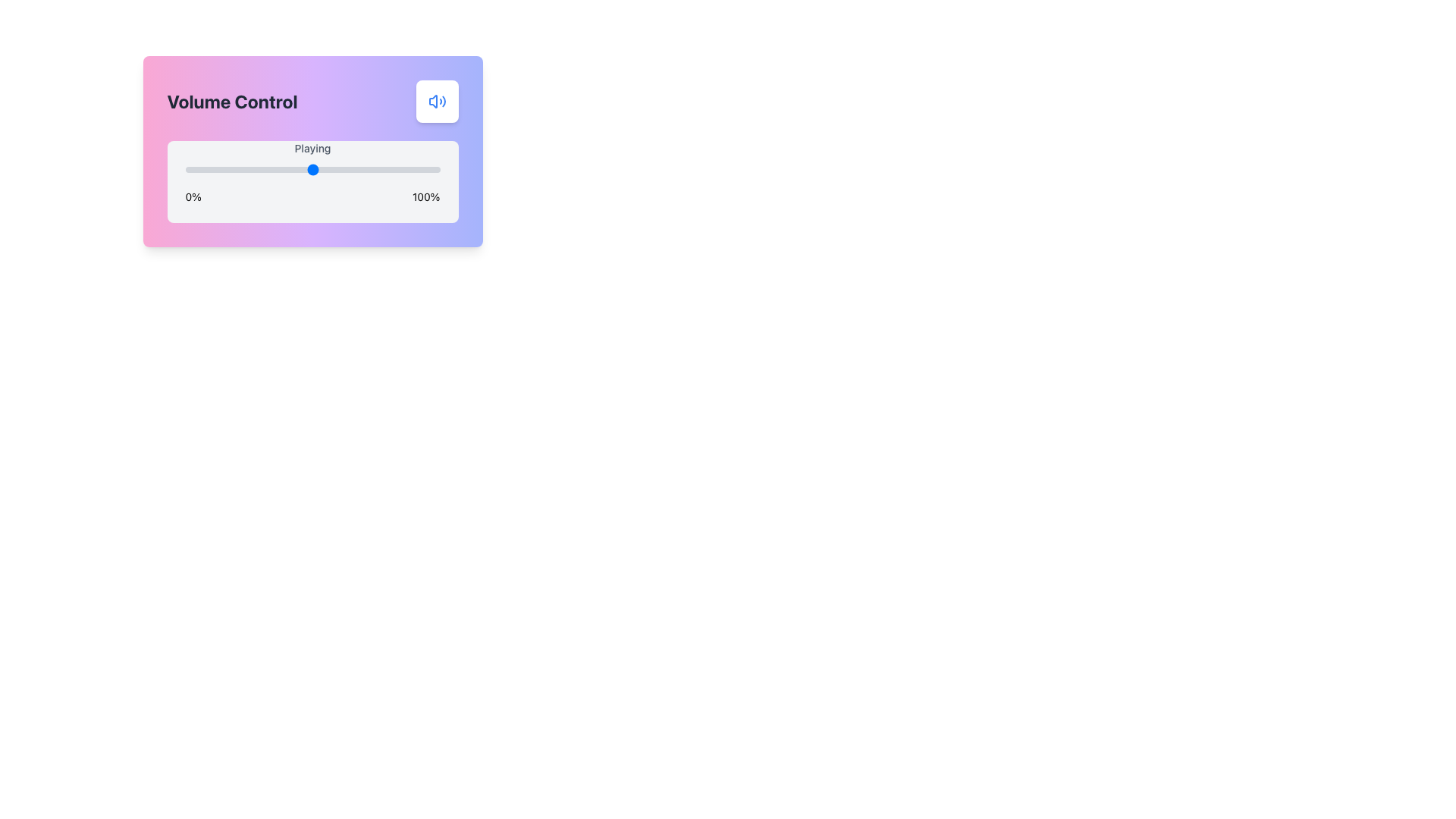 Image resolution: width=1456 pixels, height=819 pixels. What do you see at coordinates (259, 169) in the screenshot?
I see `the slider` at bounding box center [259, 169].